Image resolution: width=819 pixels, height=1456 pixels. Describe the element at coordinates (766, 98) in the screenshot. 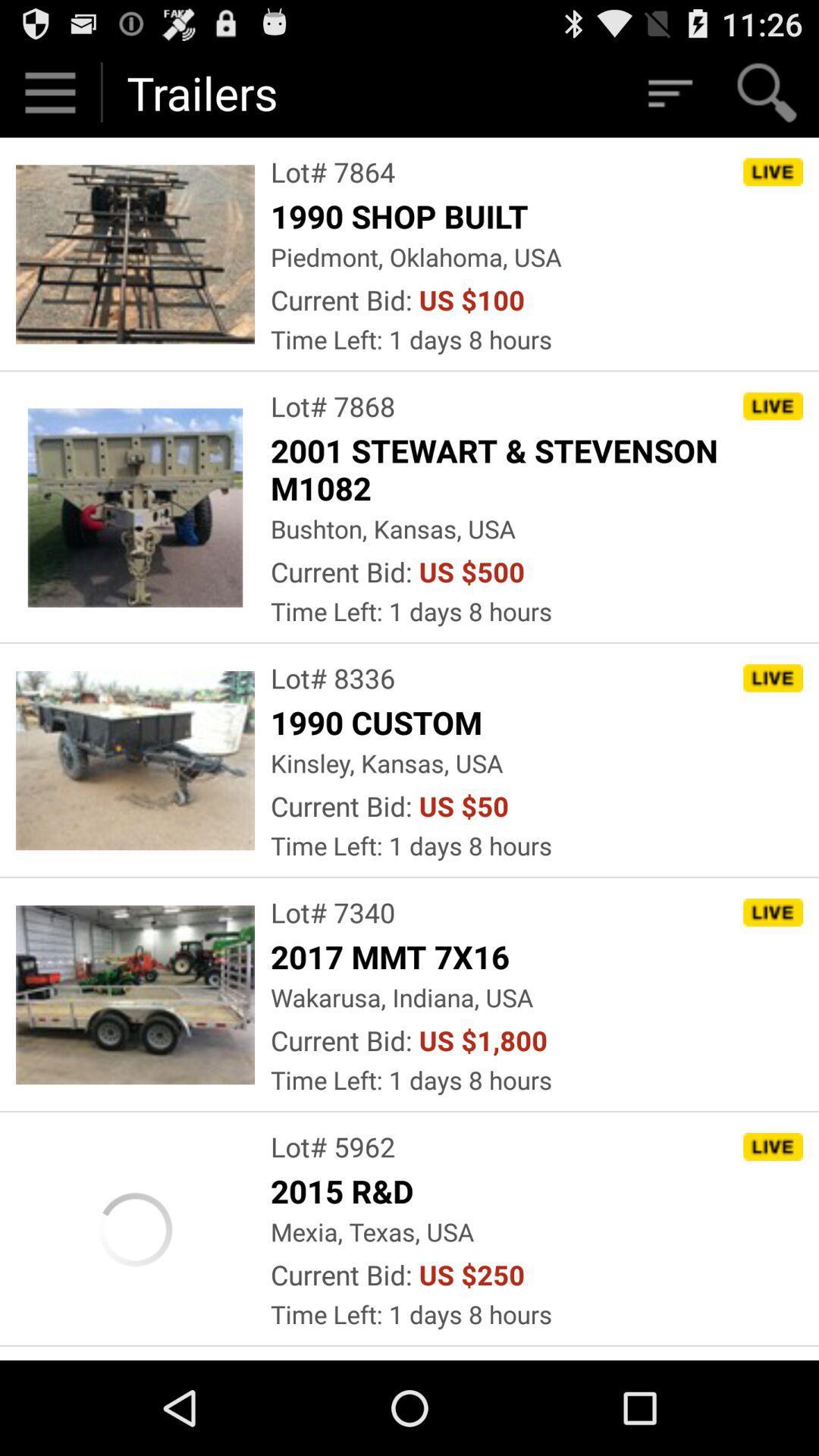

I see `the search icon` at that location.